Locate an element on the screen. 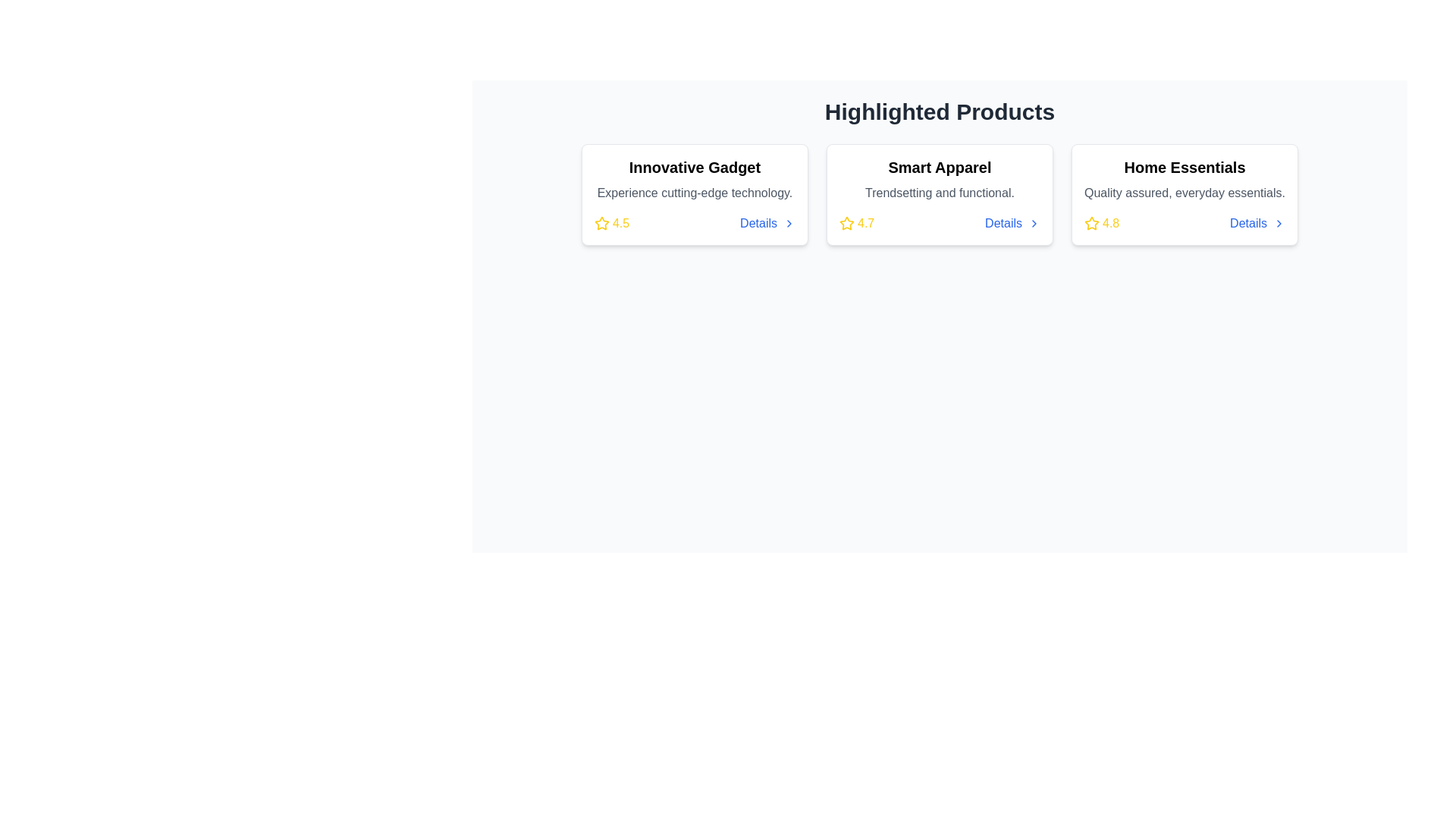 This screenshot has height=819, width=1456. the 'Details' link styled in blue with a right-pointing chevron icon located at the bottom-right part of the 'Innovative Gadget' product card is located at coordinates (767, 223).